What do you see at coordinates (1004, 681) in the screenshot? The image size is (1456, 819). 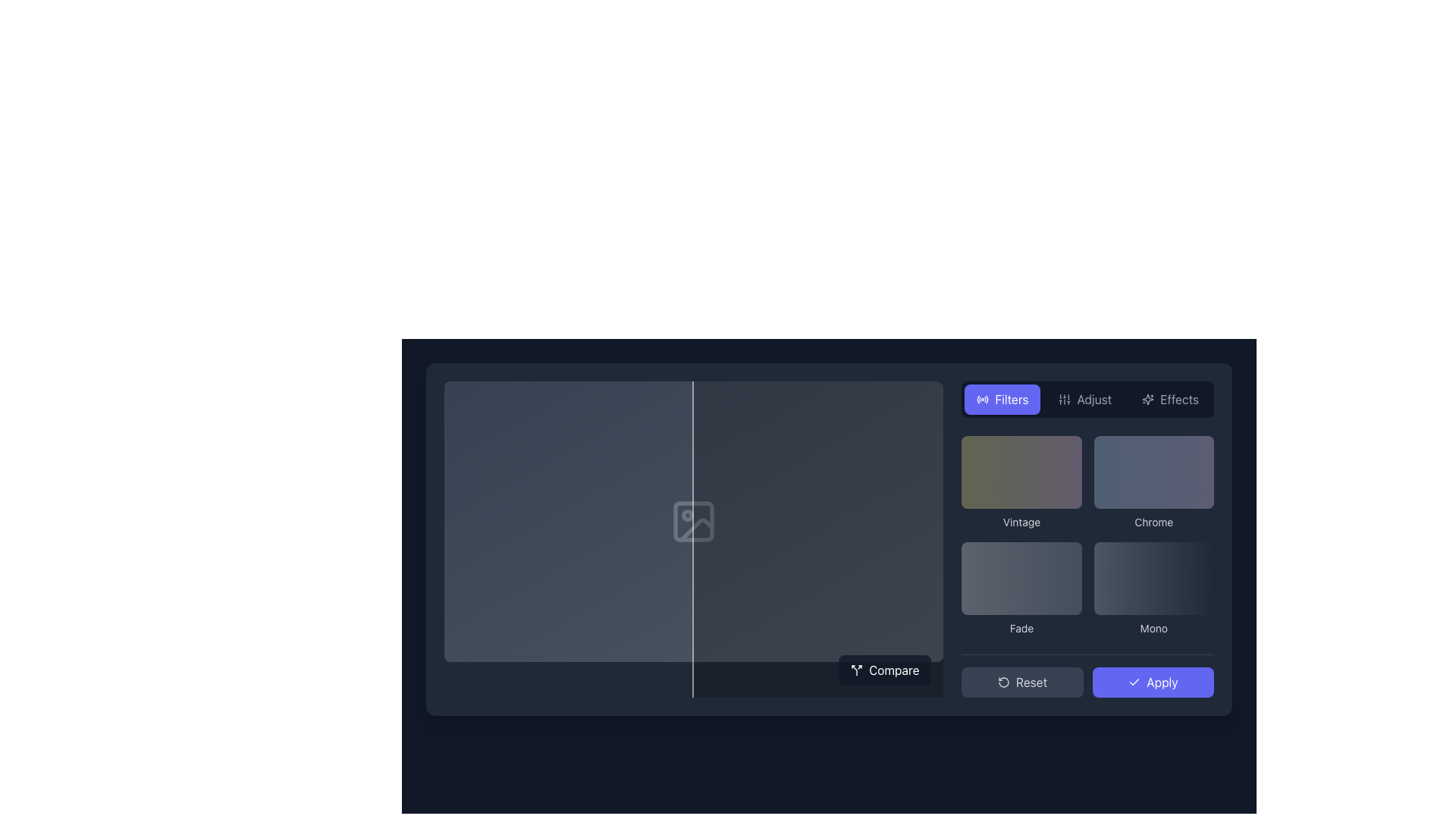 I see `the SVG icon within the 'Reset' button located in the bottom-right corner of the interface` at bounding box center [1004, 681].